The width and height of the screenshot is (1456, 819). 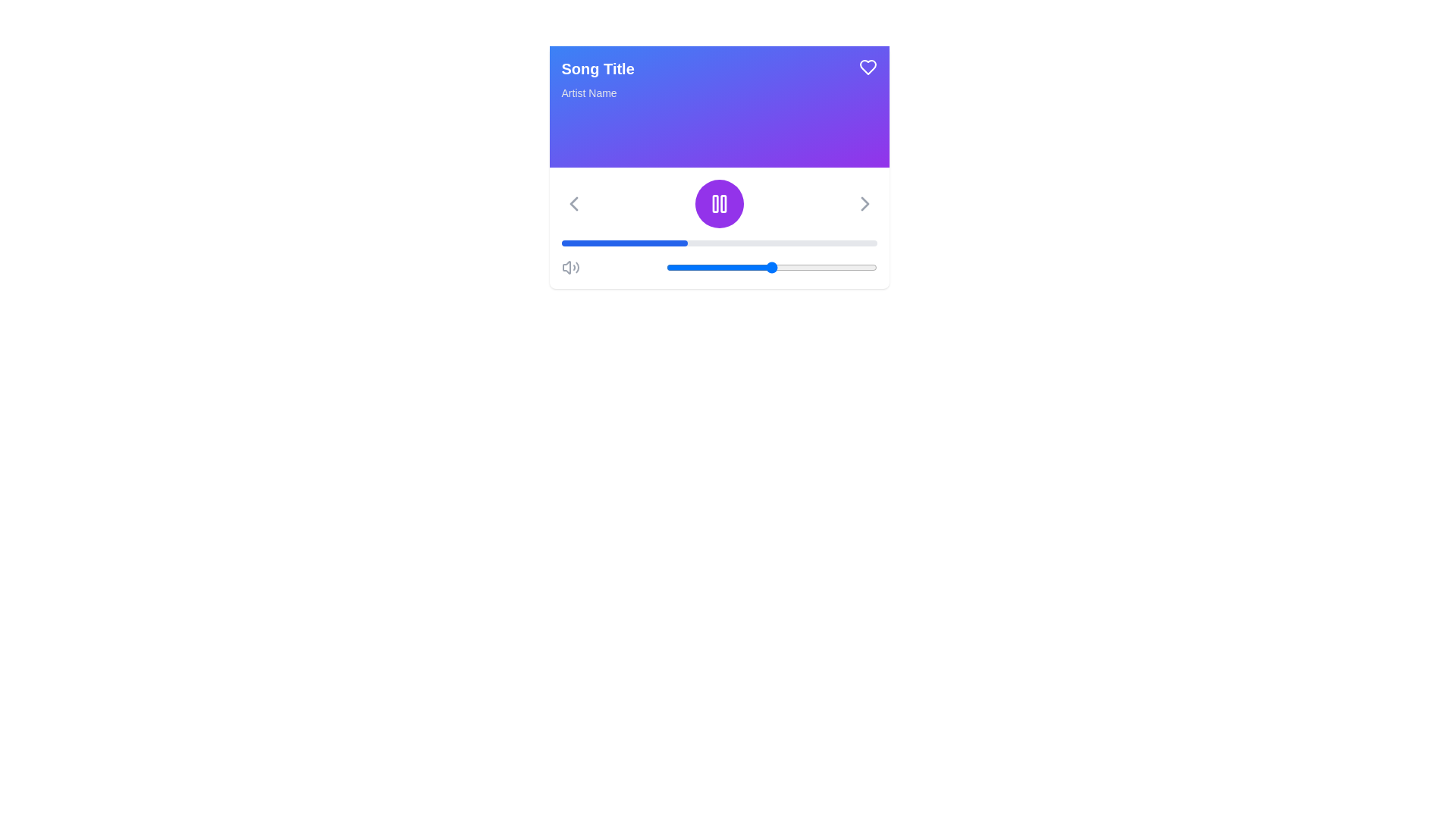 What do you see at coordinates (862, 267) in the screenshot?
I see `the slider value` at bounding box center [862, 267].